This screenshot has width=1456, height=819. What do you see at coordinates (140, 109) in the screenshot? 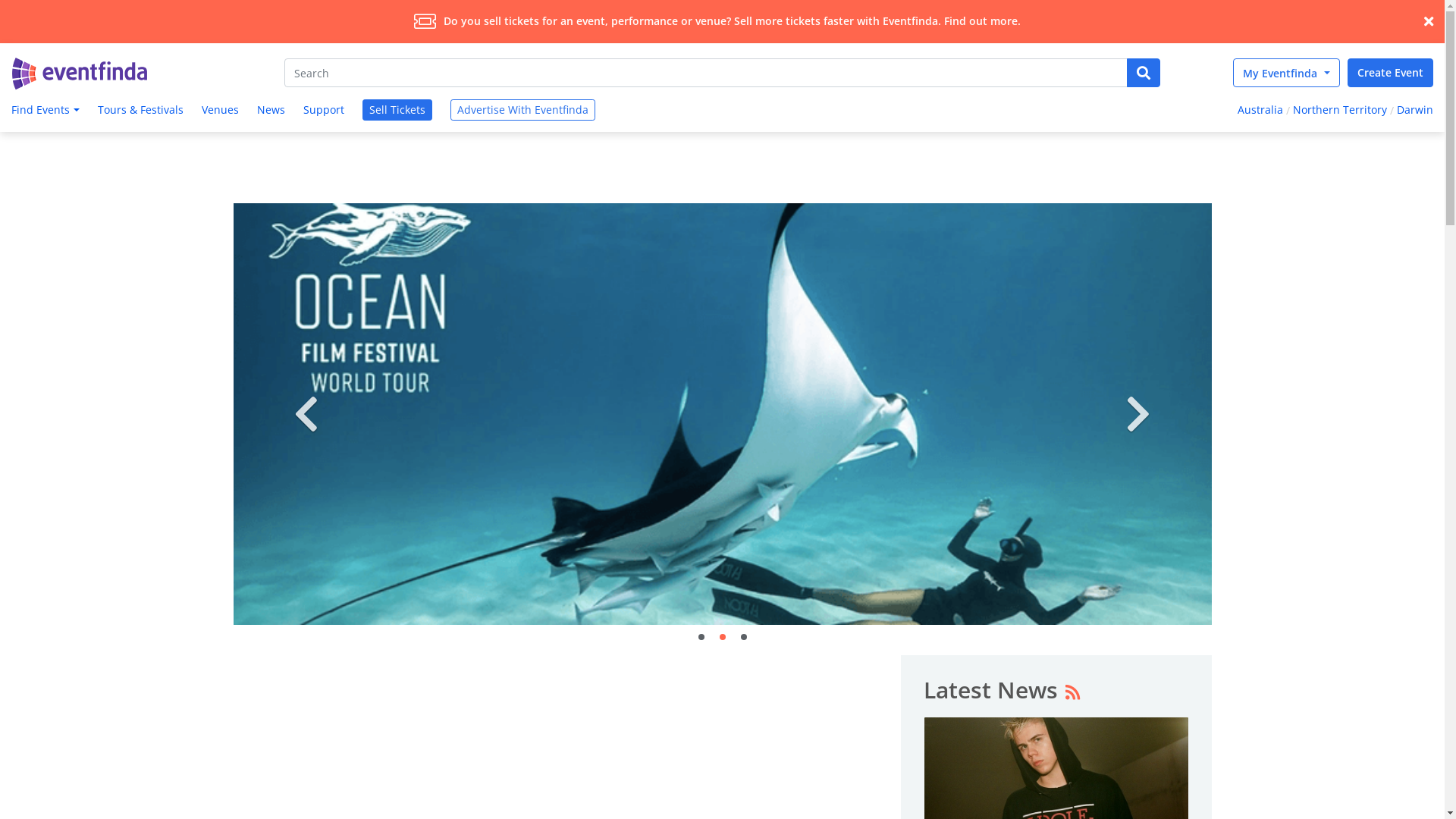
I see `'Tours & Festivals'` at bounding box center [140, 109].